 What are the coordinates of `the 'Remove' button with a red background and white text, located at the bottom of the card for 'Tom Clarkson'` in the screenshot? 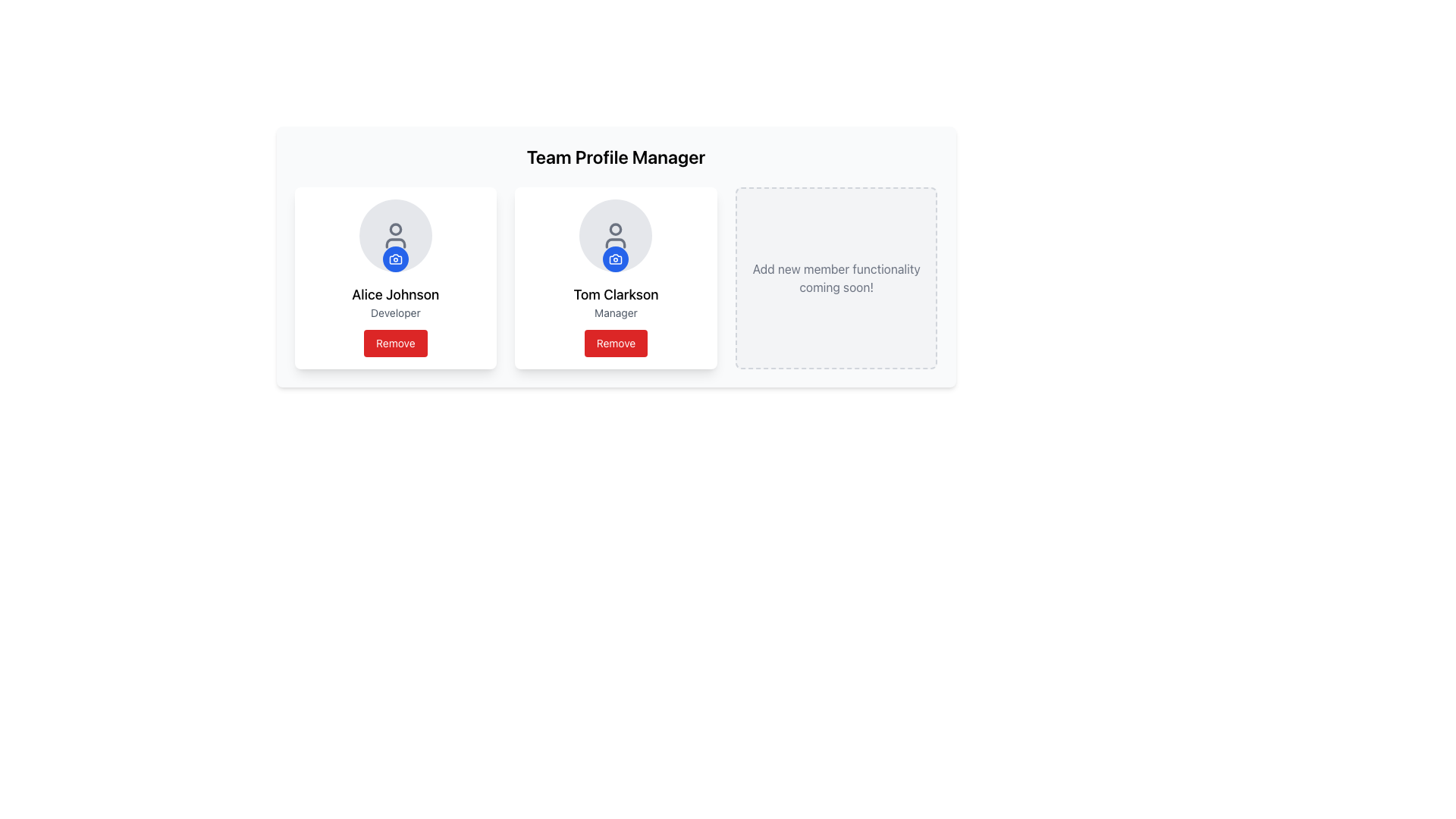 It's located at (616, 343).